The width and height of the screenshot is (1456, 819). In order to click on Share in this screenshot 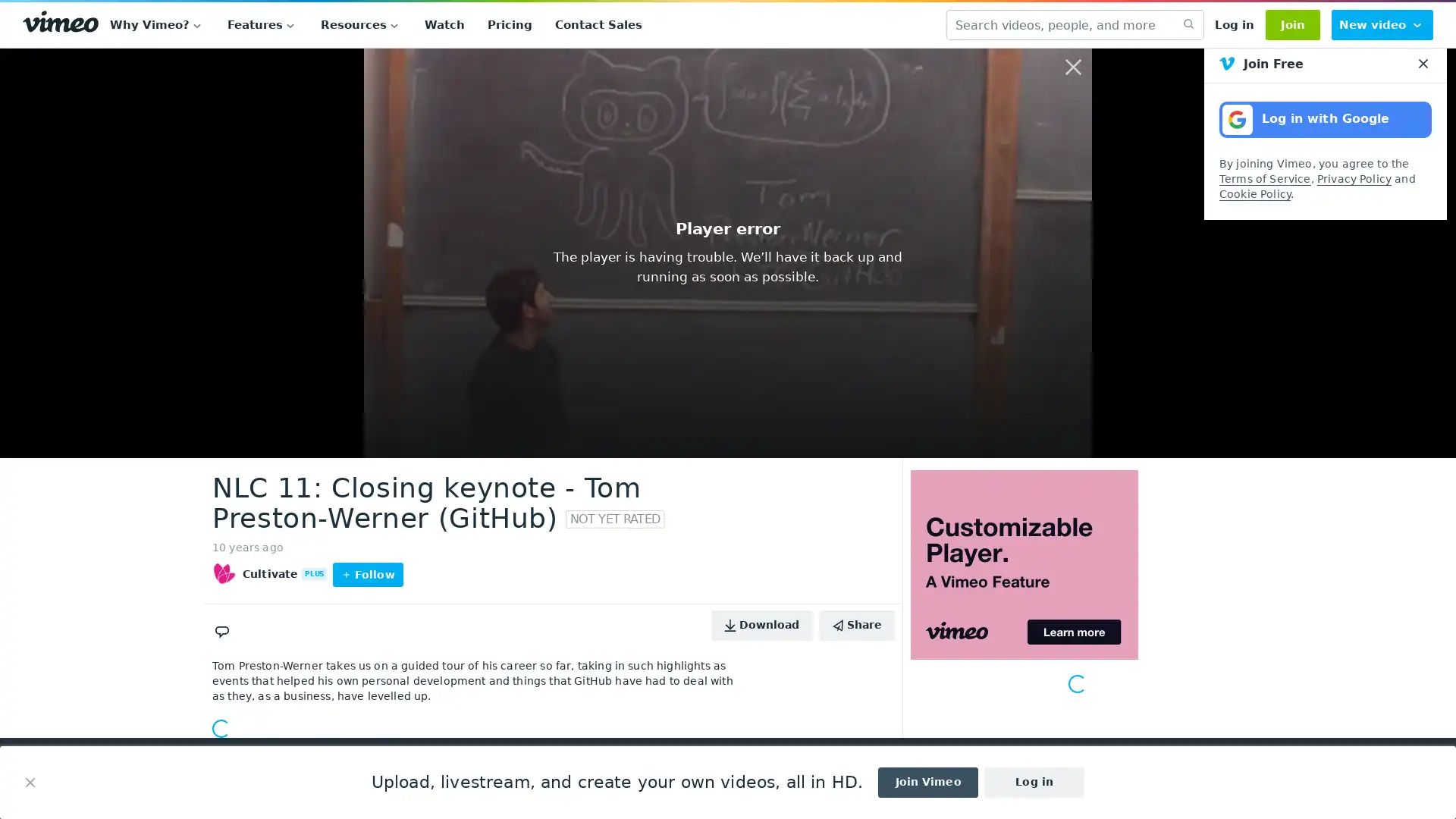, I will do `click(856, 625)`.